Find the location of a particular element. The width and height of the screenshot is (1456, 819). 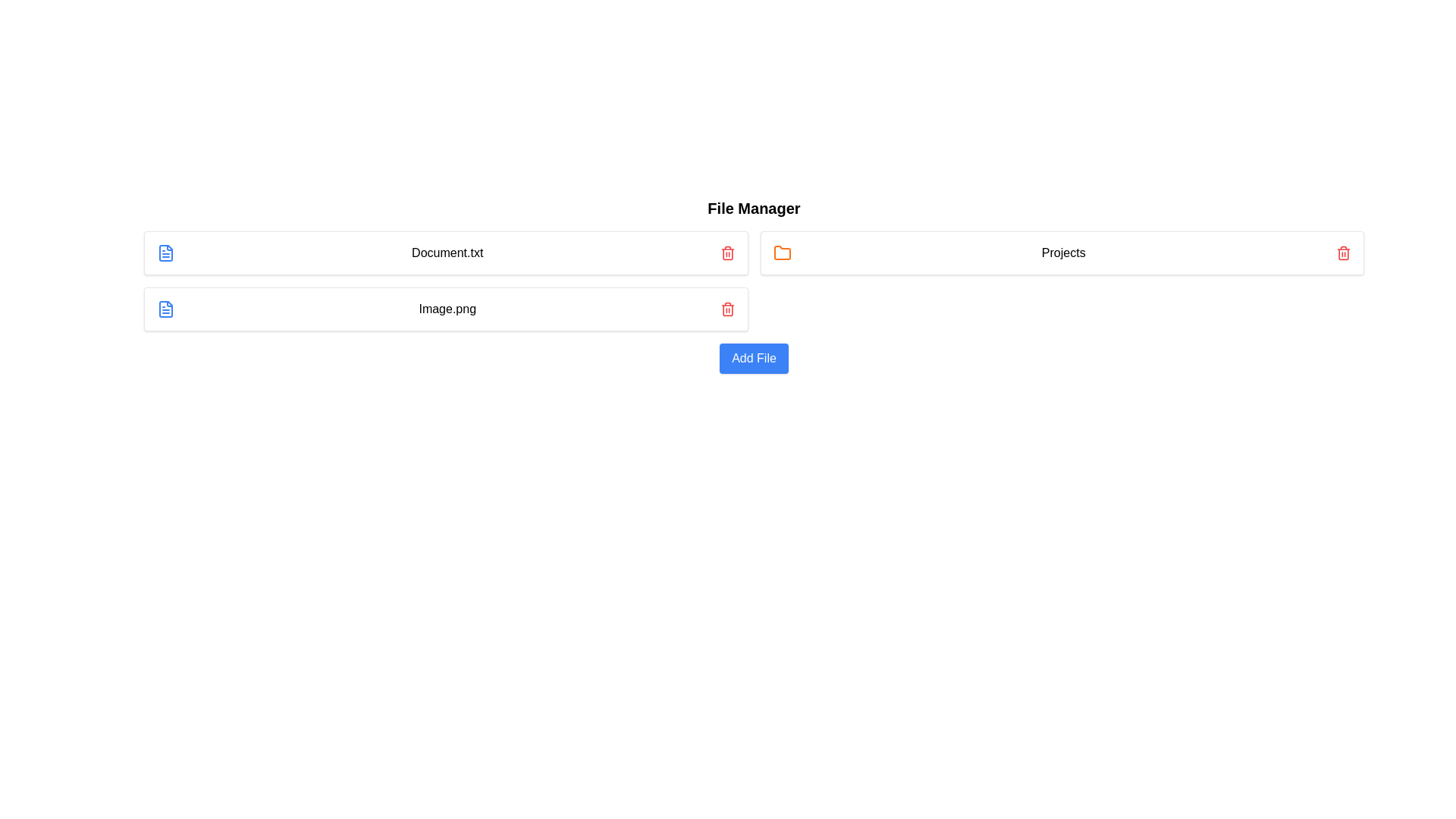

the trash can icon located at the far-right end of the row containing the file name 'Document.txt' is located at coordinates (726, 253).